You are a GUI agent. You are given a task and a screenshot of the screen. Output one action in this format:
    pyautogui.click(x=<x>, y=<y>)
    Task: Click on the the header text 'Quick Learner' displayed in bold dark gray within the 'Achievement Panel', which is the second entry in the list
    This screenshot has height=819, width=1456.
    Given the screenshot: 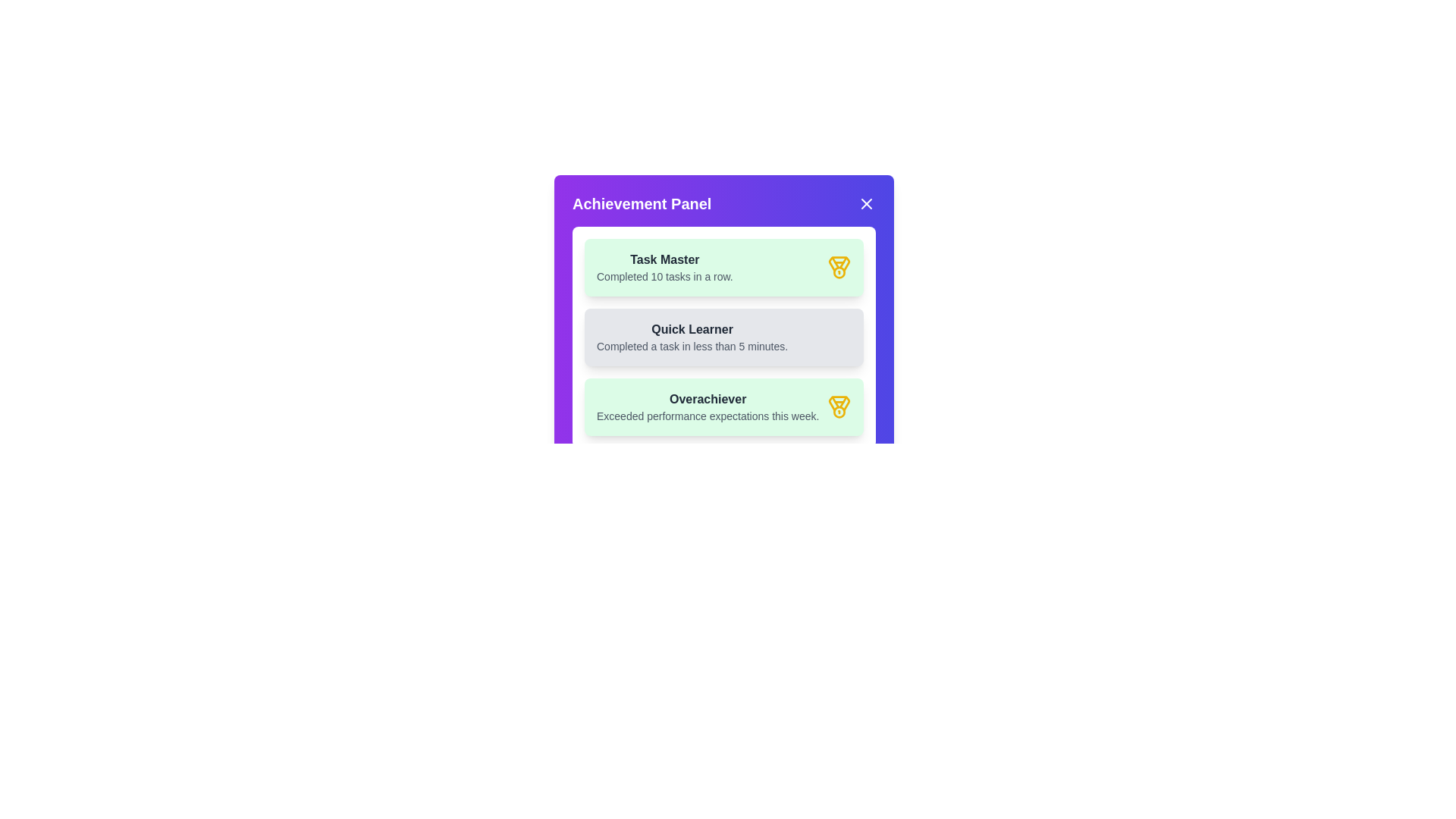 What is the action you would take?
    pyautogui.click(x=692, y=329)
    